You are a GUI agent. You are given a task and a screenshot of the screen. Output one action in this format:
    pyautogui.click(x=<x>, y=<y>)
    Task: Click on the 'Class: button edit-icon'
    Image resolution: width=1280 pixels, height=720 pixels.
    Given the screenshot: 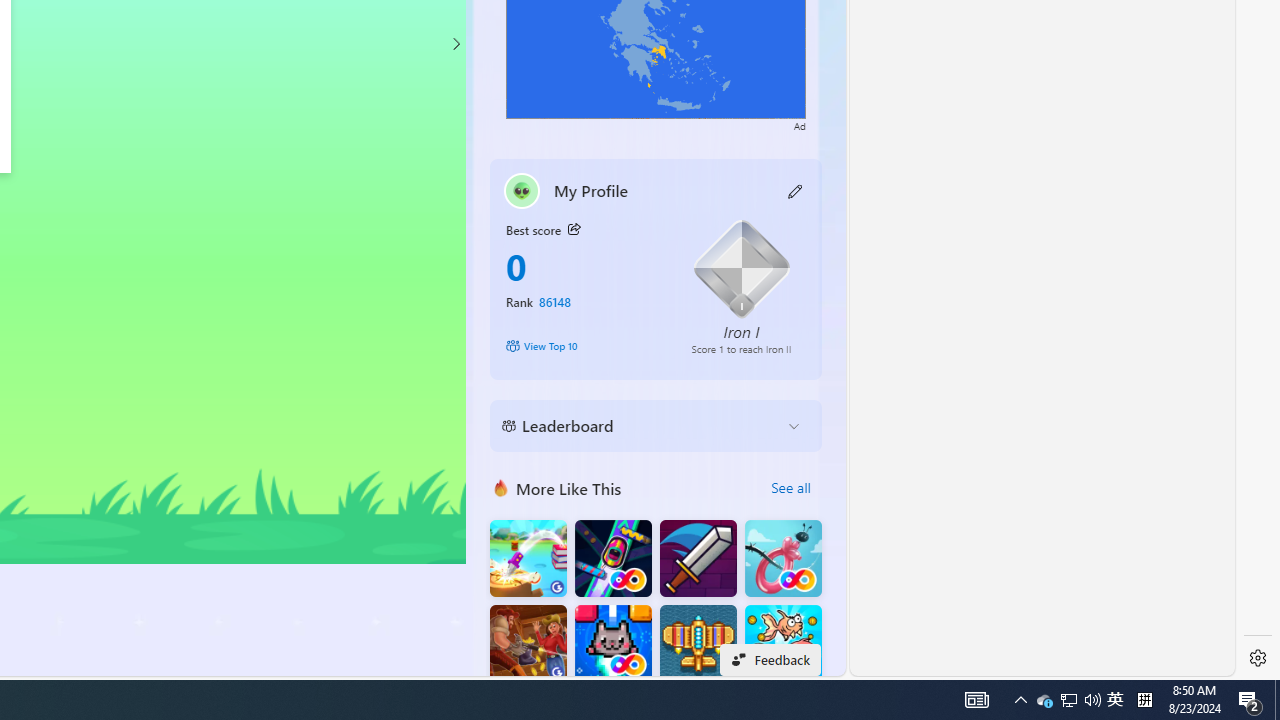 What is the action you would take?
    pyautogui.click(x=795, y=190)
    